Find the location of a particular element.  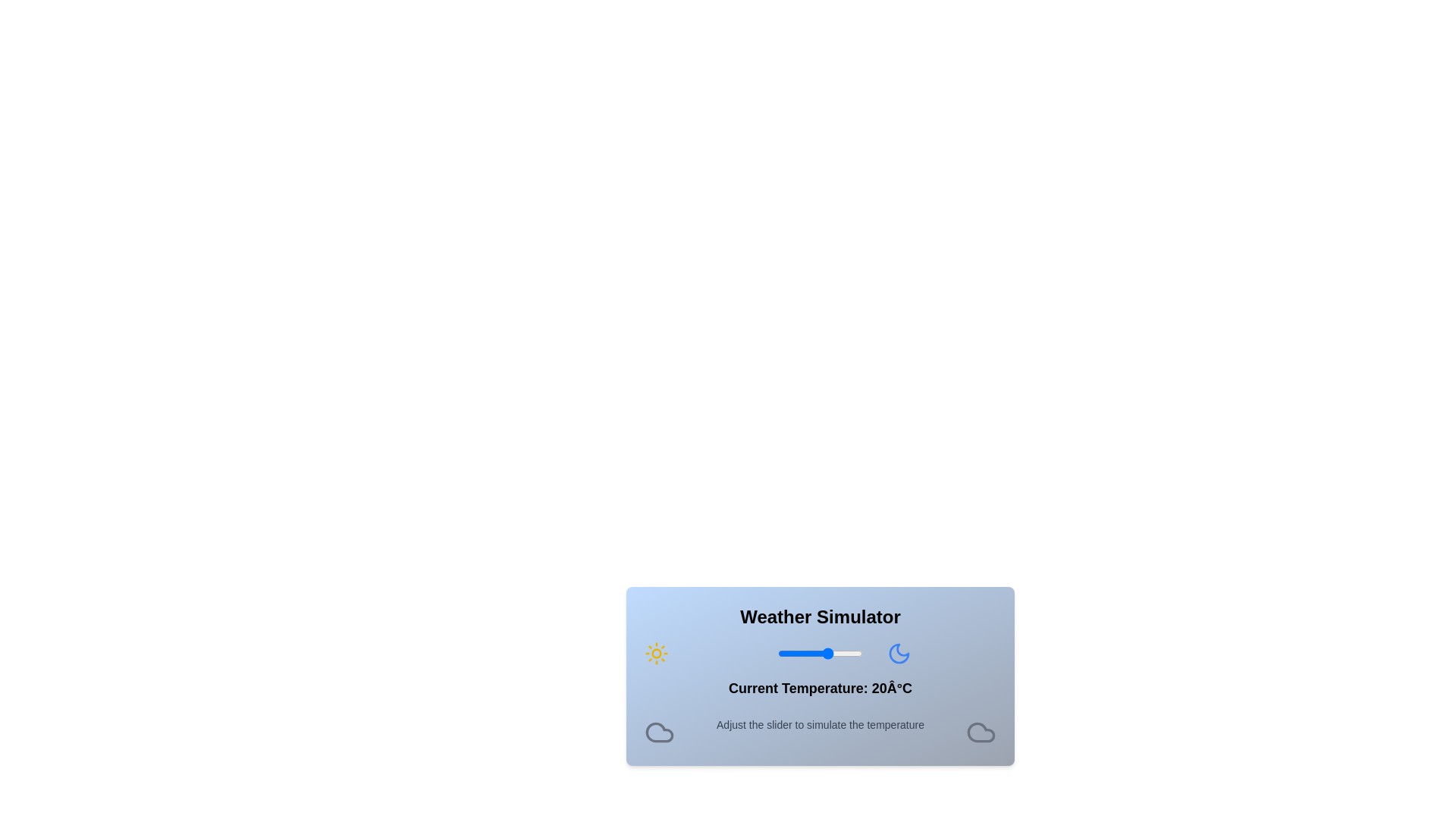

the sun icon to explore its interactions is located at coordinates (656, 652).